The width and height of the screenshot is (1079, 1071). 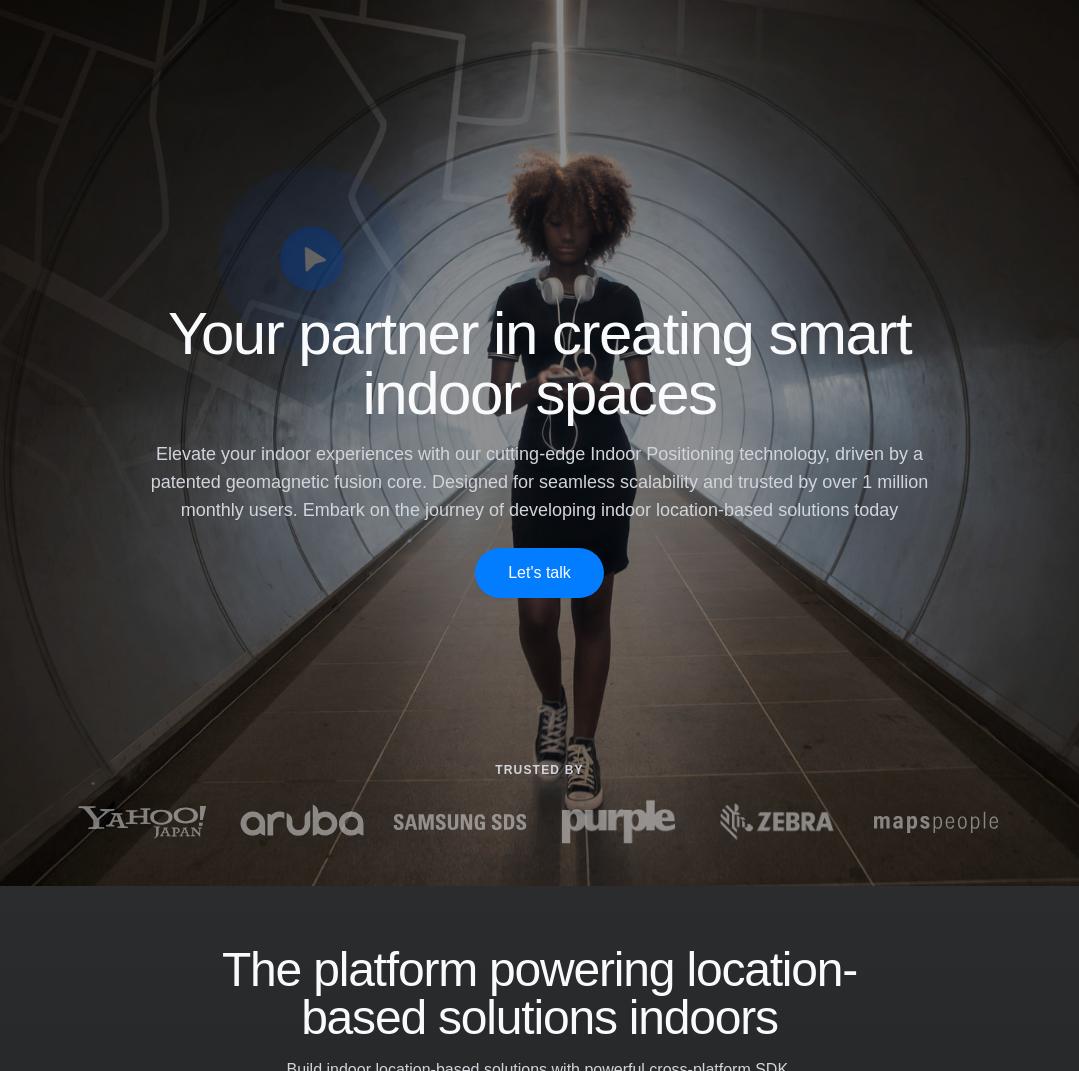 What do you see at coordinates (446, 44) in the screenshot?
I see `'Pricing'` at bounding box center [446, 44].